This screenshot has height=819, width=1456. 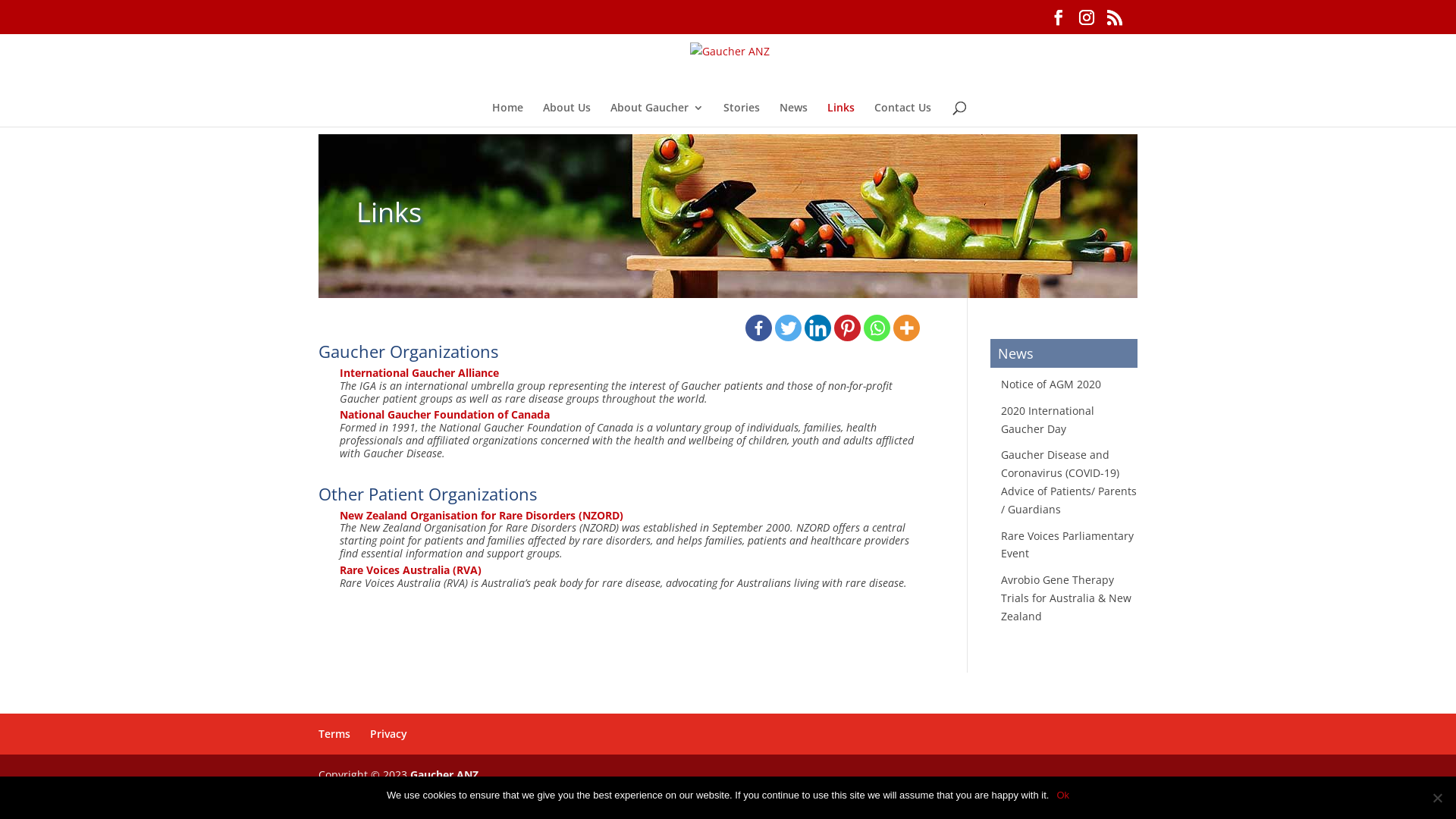 What do you see at coordinates (839, 113) in the screenshot?
I see `'Links'` at bounding box center [839, 113].